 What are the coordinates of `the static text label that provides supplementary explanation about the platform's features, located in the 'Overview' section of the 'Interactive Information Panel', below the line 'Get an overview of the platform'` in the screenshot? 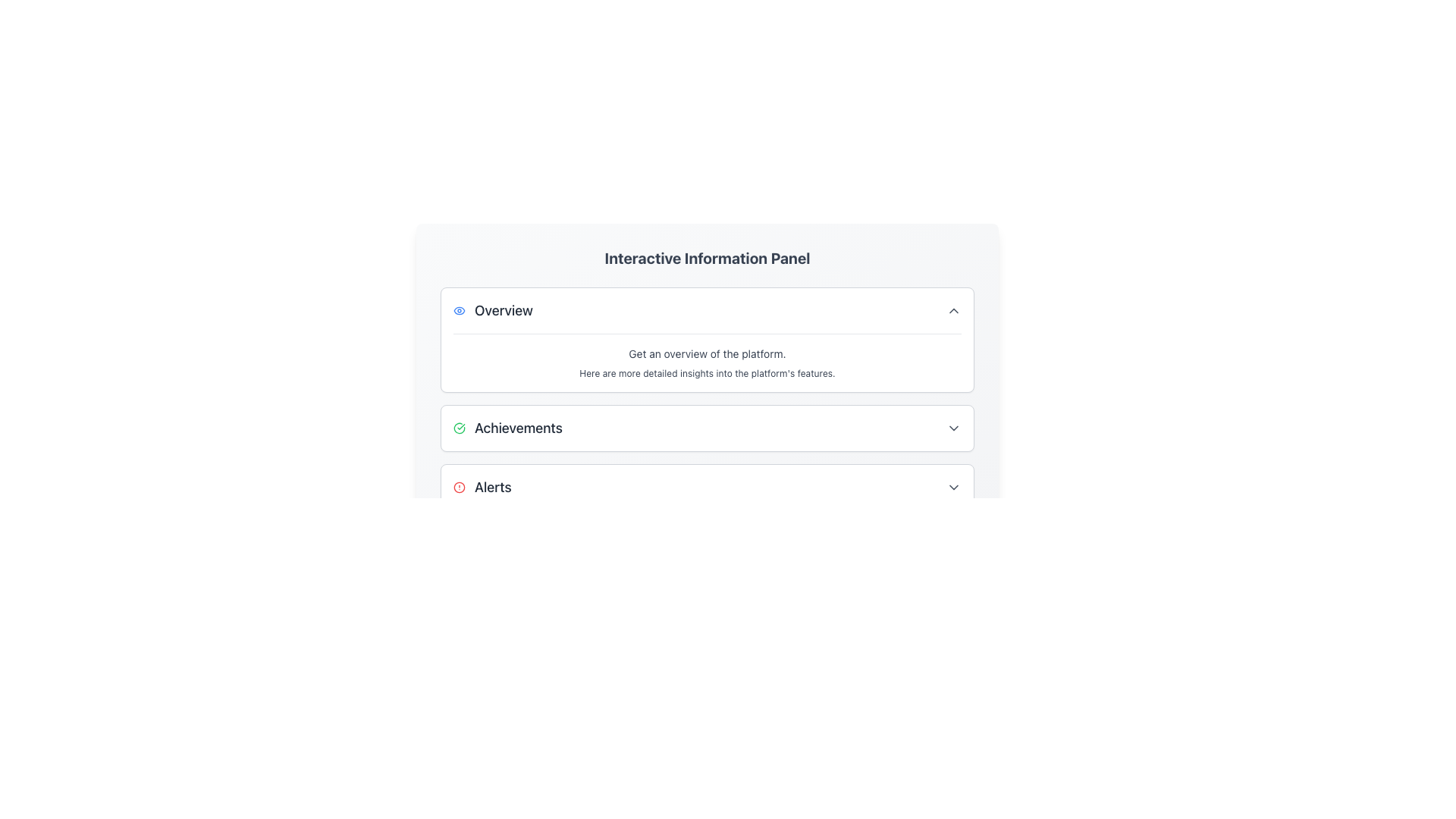 It's located at (706, 374).